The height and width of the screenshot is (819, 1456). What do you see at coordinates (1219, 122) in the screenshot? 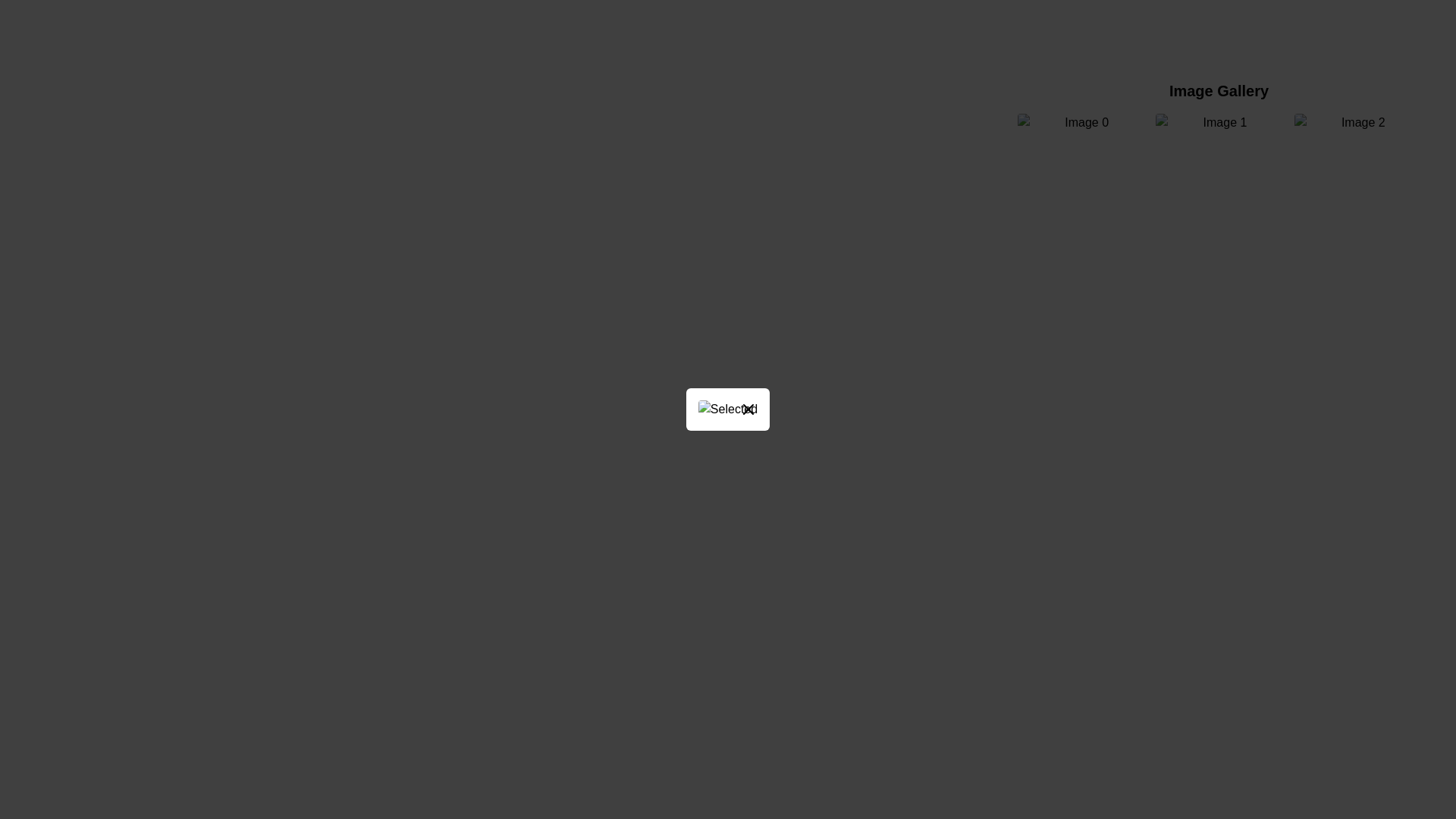
I see `the image displayed in the second position of the grid layout within the 'Image Gallery' section` at bounding box center [1219, 122].